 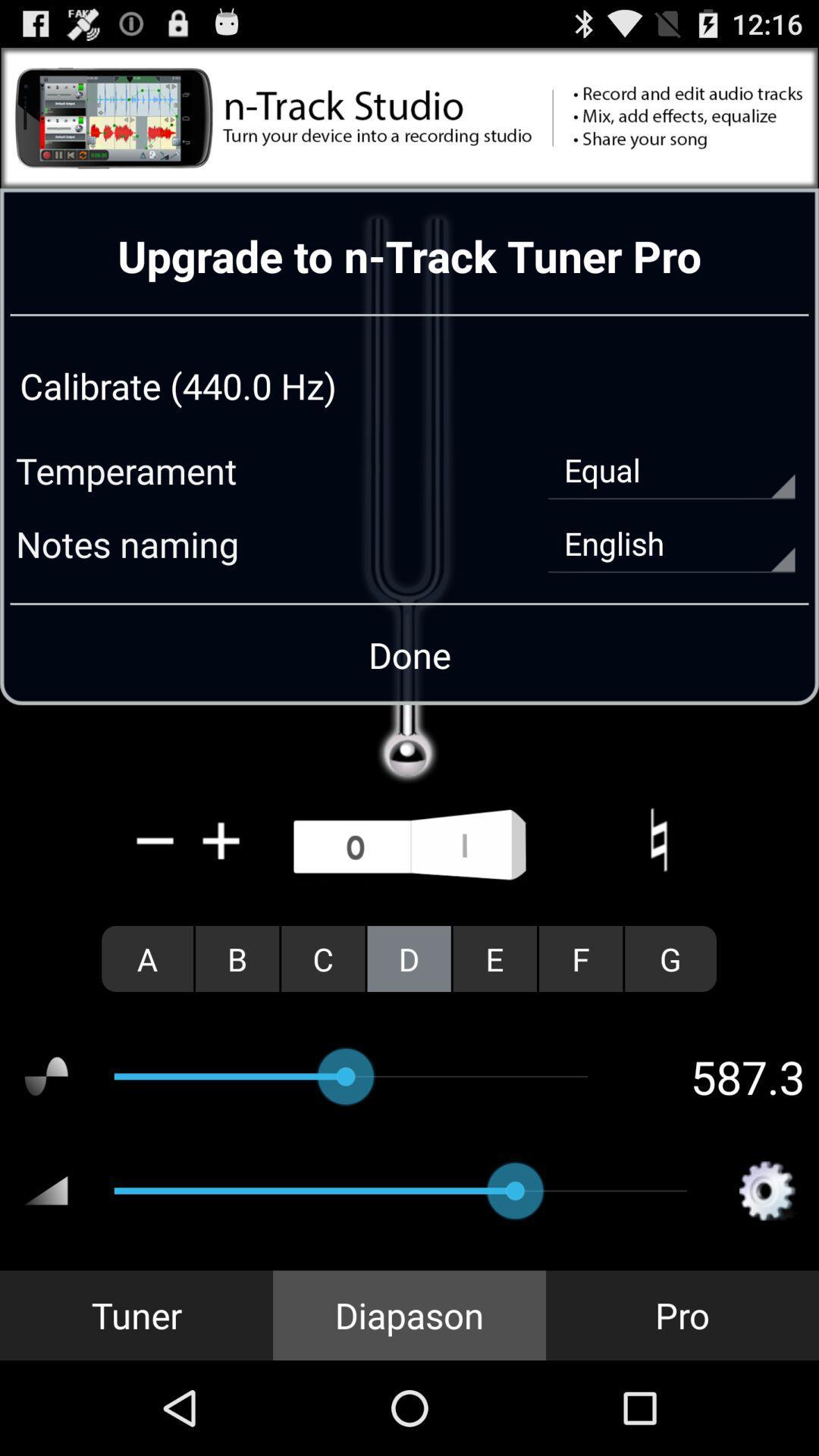 I want to click on increase volume on the tuner, so click(x=221, y=839).